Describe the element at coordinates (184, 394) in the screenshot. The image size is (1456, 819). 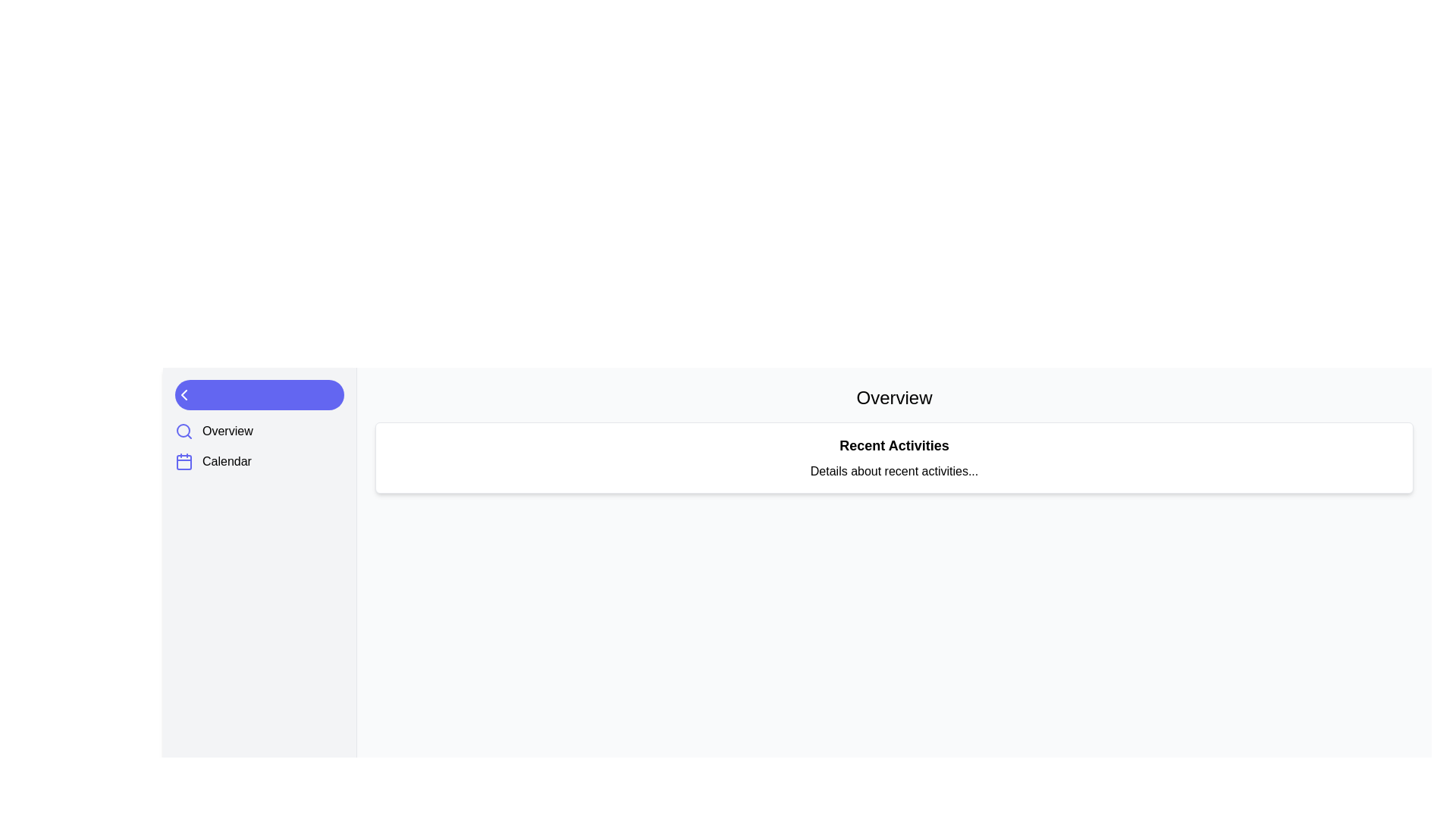
I see `the left-pointing Chevron arrow icon located within the light blue button at the top-left corner of the sidebar` at that location.